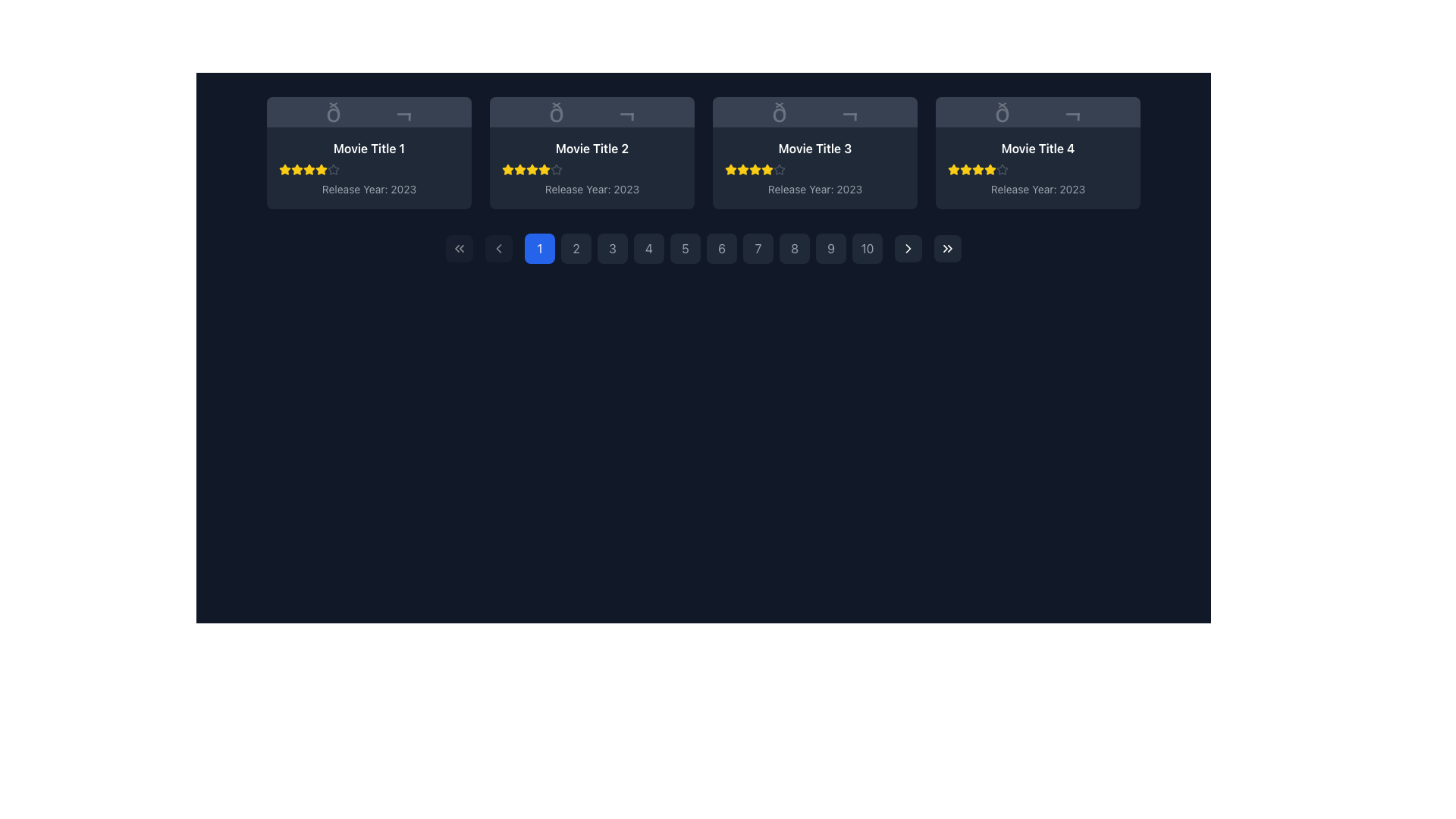  Describe the element at coordinates (720, 247) in the screenshot. I see `the square button with a dark gray background displaying the number '6'` at that location.